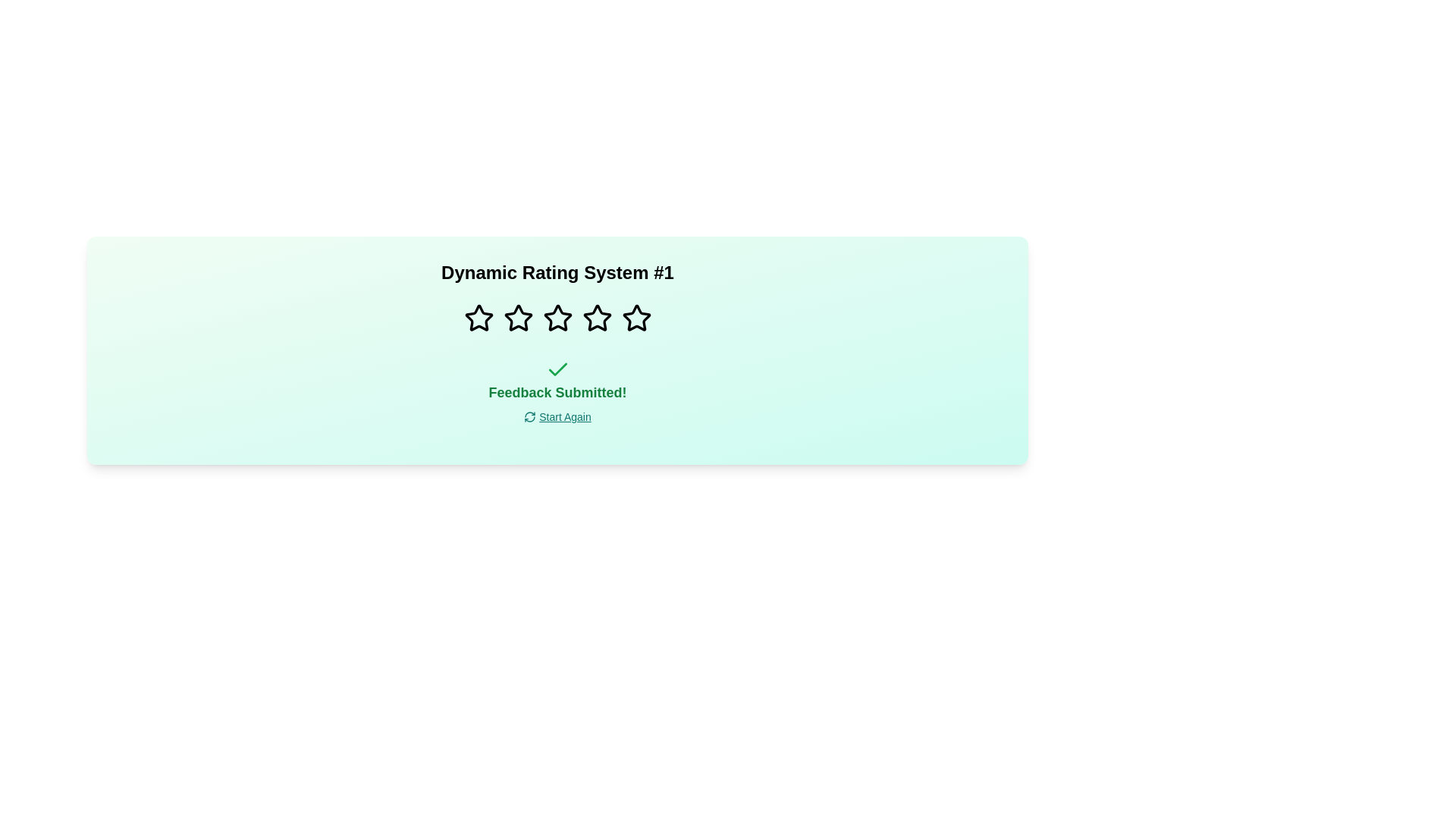  Describe the element at coordinates (636, 318) in the screenshot. I see `the fifth star icon in the rating system` at that location.